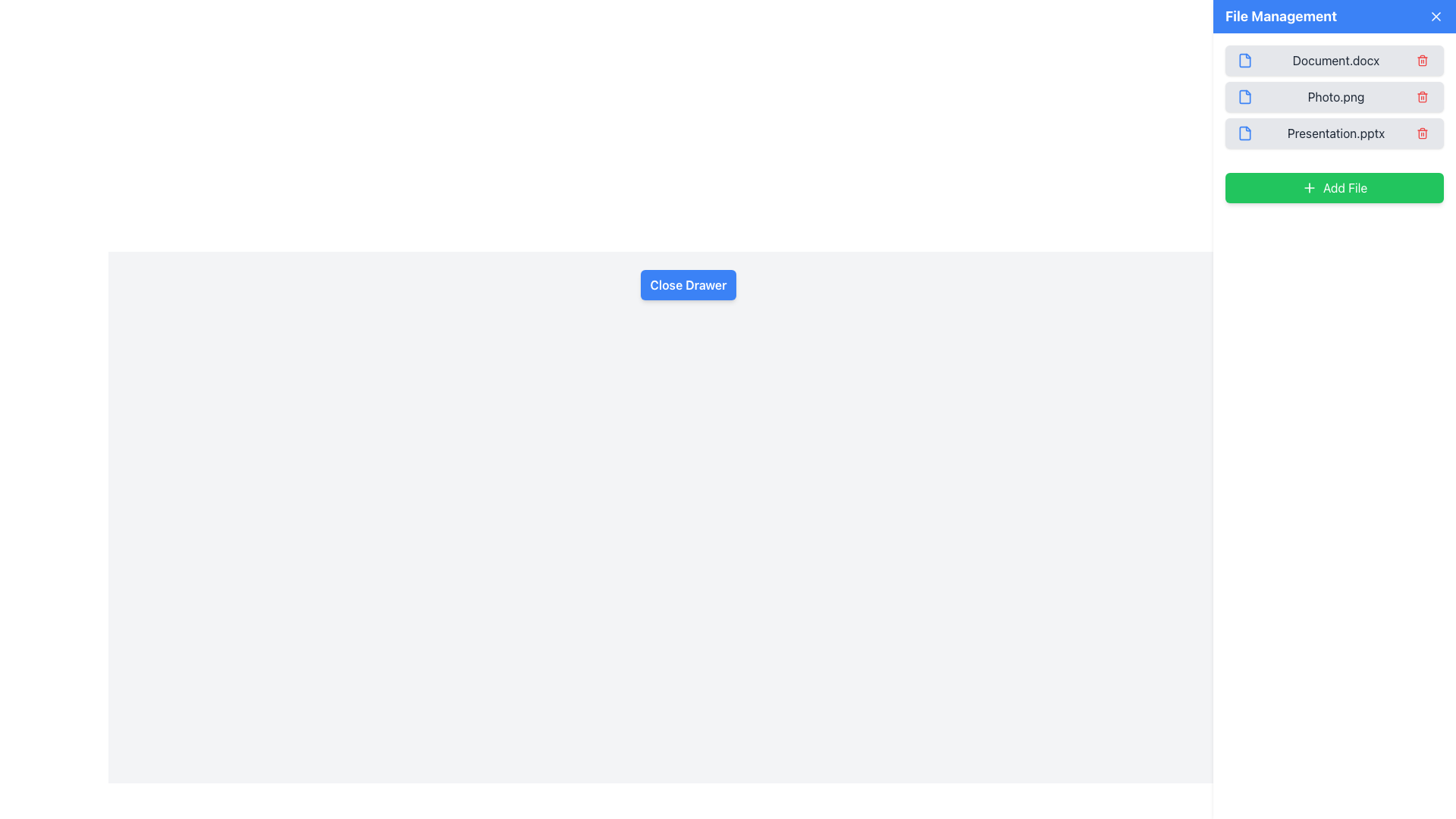 This screenshot has height=819, width=1456. What do you see at coordinates (1335, 187) in the screenshot?
I see `the primary action button located at the bottom of the 'File Management' panel` at bounding box center [1335, 187].